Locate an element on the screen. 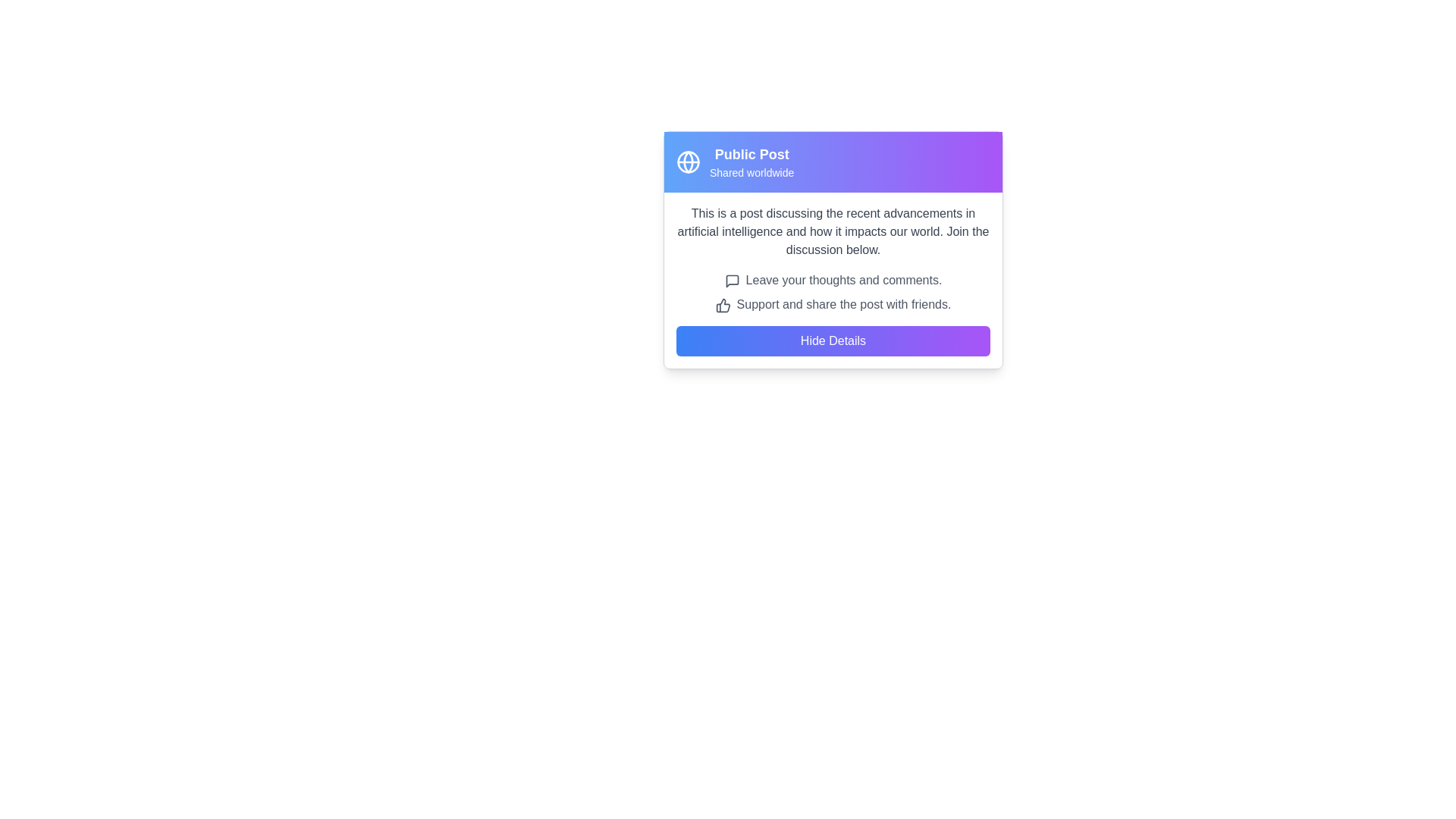 The height and width of the screenshot is (819, 1456). the static text label indicating that the post is publicly shared, which is positioned at the top-left of the card layout, above the text 'Shared worldwide' and beside a globe icon is located at coordinates (752, 155).